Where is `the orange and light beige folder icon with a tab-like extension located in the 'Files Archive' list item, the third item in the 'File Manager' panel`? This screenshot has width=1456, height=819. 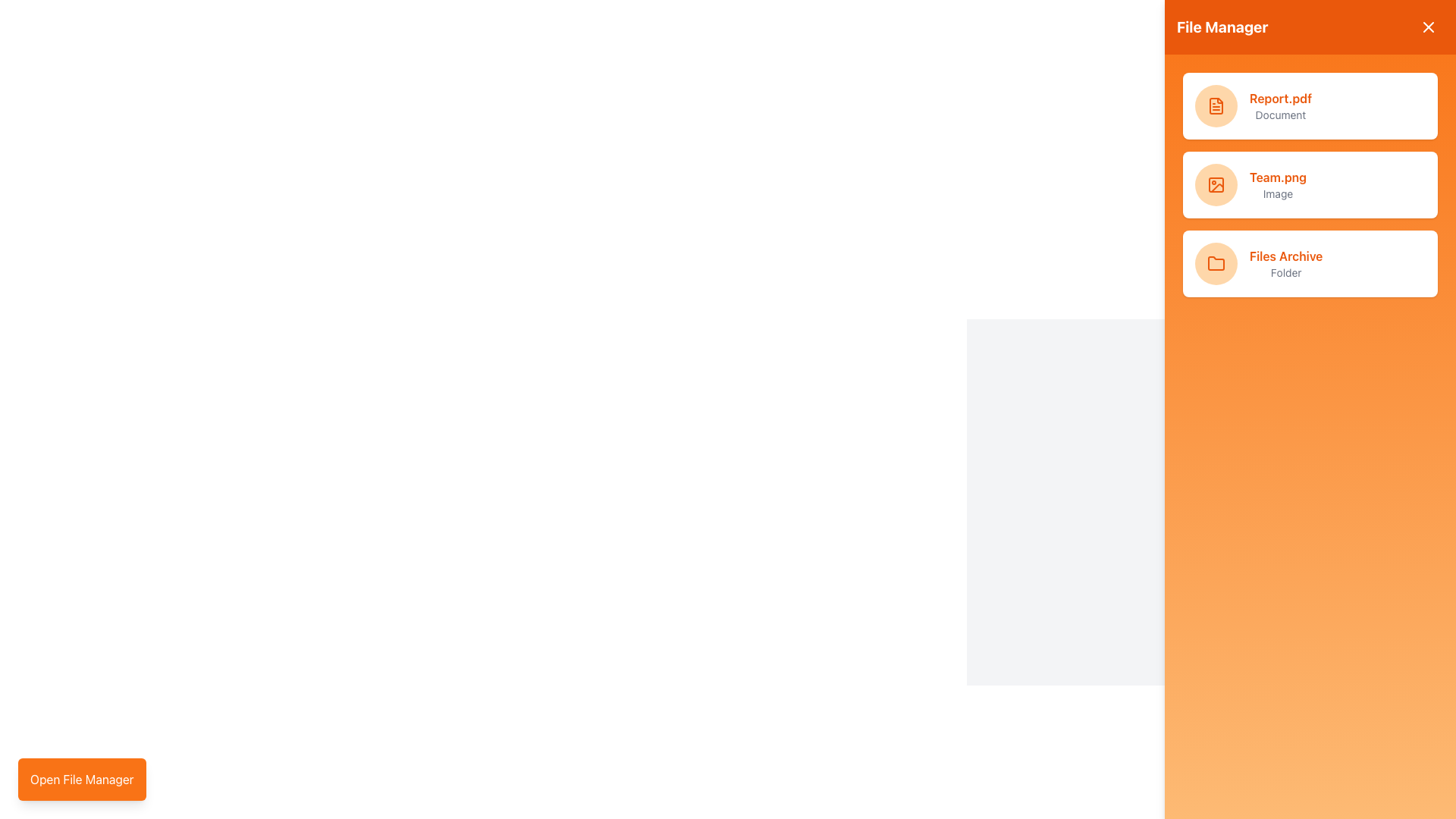
the orange and light beige folder icon with a tab-like extension located in the 'Files Archive' list item, the third item in the 'File Manager' panel is located at coordinates (1216, 262).